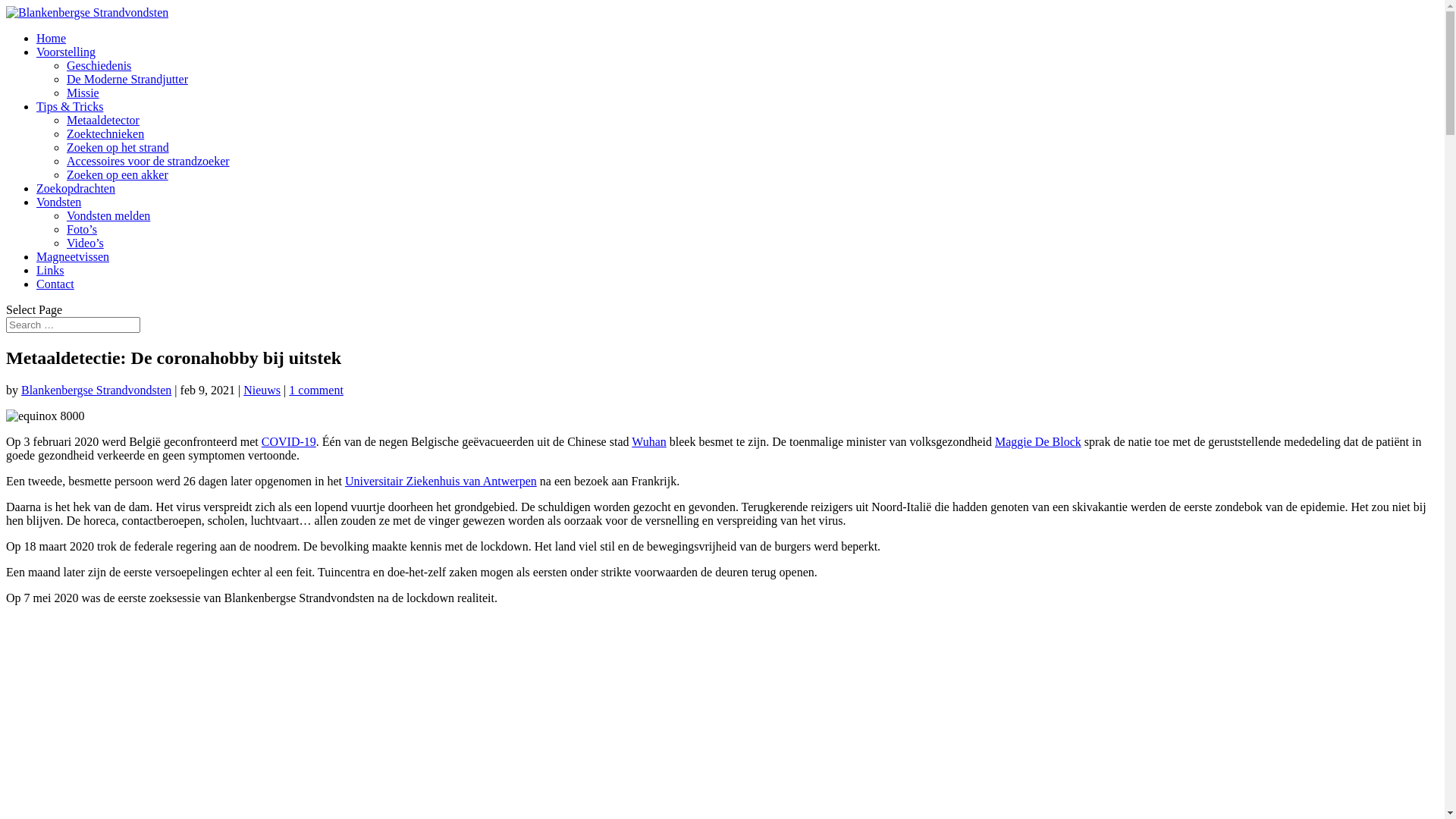 The width and height of the screenshot is (1456, 819). I want to click on 'Nieuws', so click(243, 389).